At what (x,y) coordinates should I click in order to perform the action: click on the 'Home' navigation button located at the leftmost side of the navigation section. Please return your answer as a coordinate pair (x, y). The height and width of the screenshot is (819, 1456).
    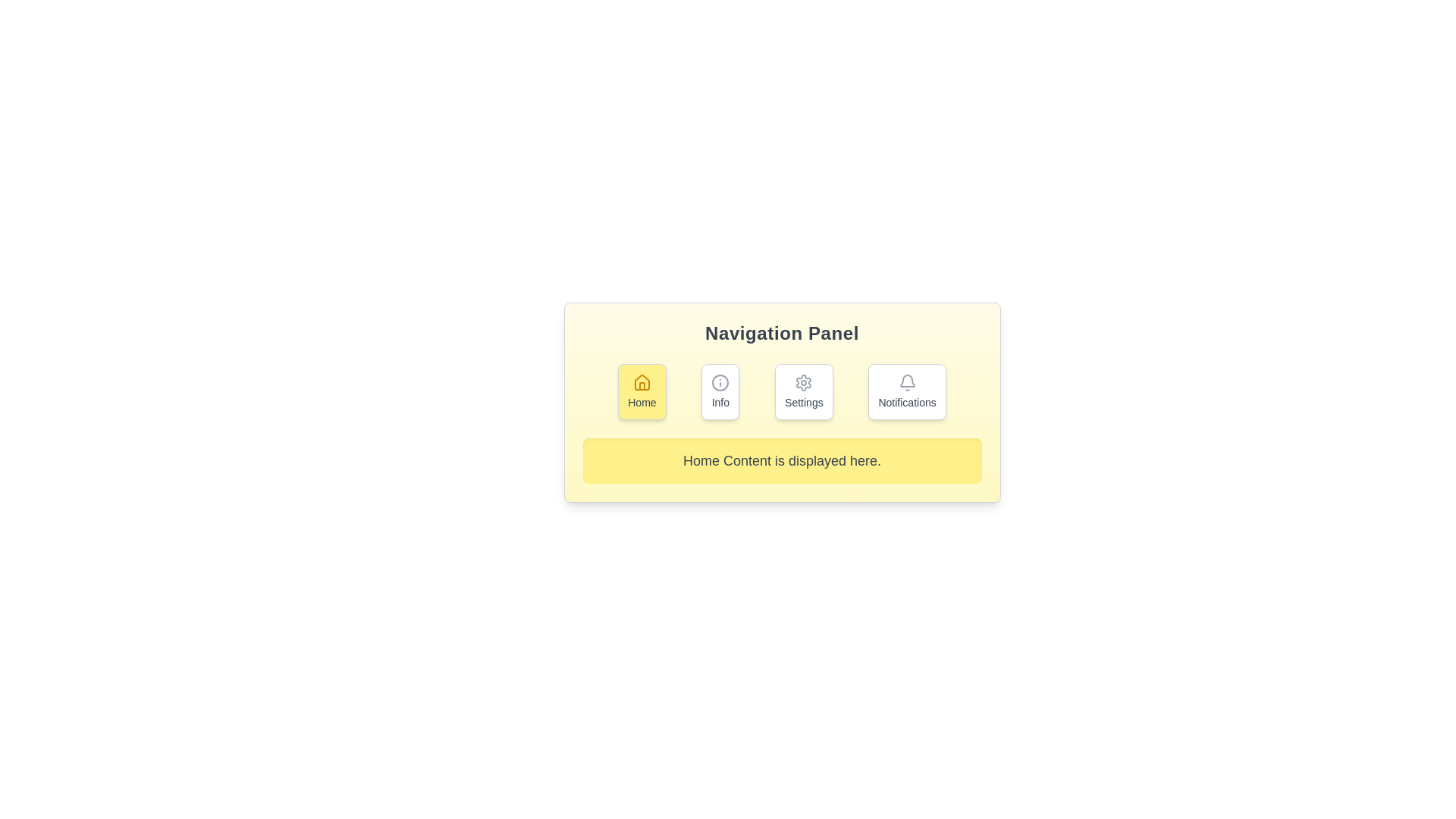
    Looking at the image, I should click on (642, 391).